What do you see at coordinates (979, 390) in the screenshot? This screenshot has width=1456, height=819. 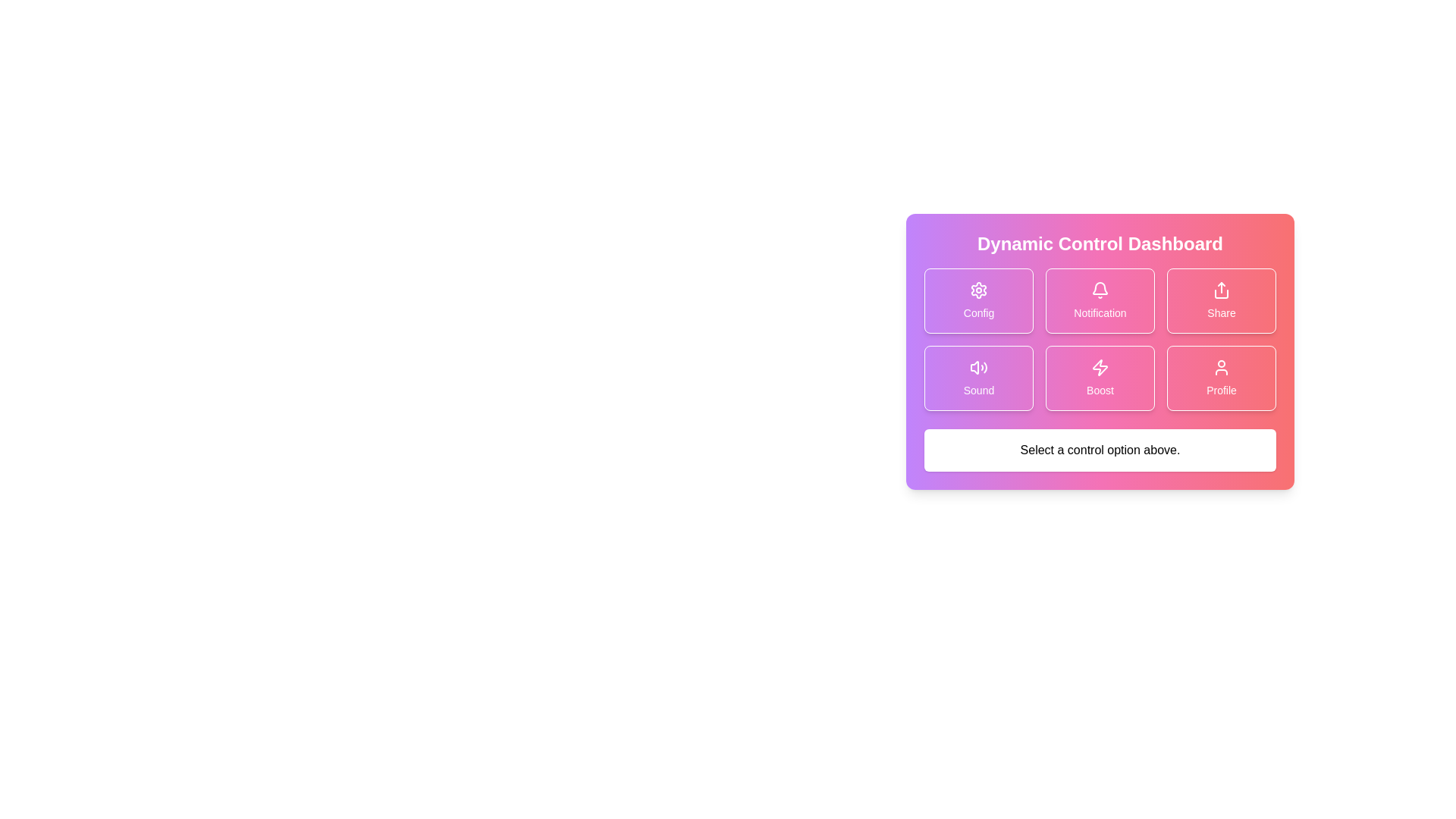 I see `the text label that describes the volume control button, which is centrally aligned below the volume icon in the bottom-left position of the control button grid` at bounding box center [979, 390].